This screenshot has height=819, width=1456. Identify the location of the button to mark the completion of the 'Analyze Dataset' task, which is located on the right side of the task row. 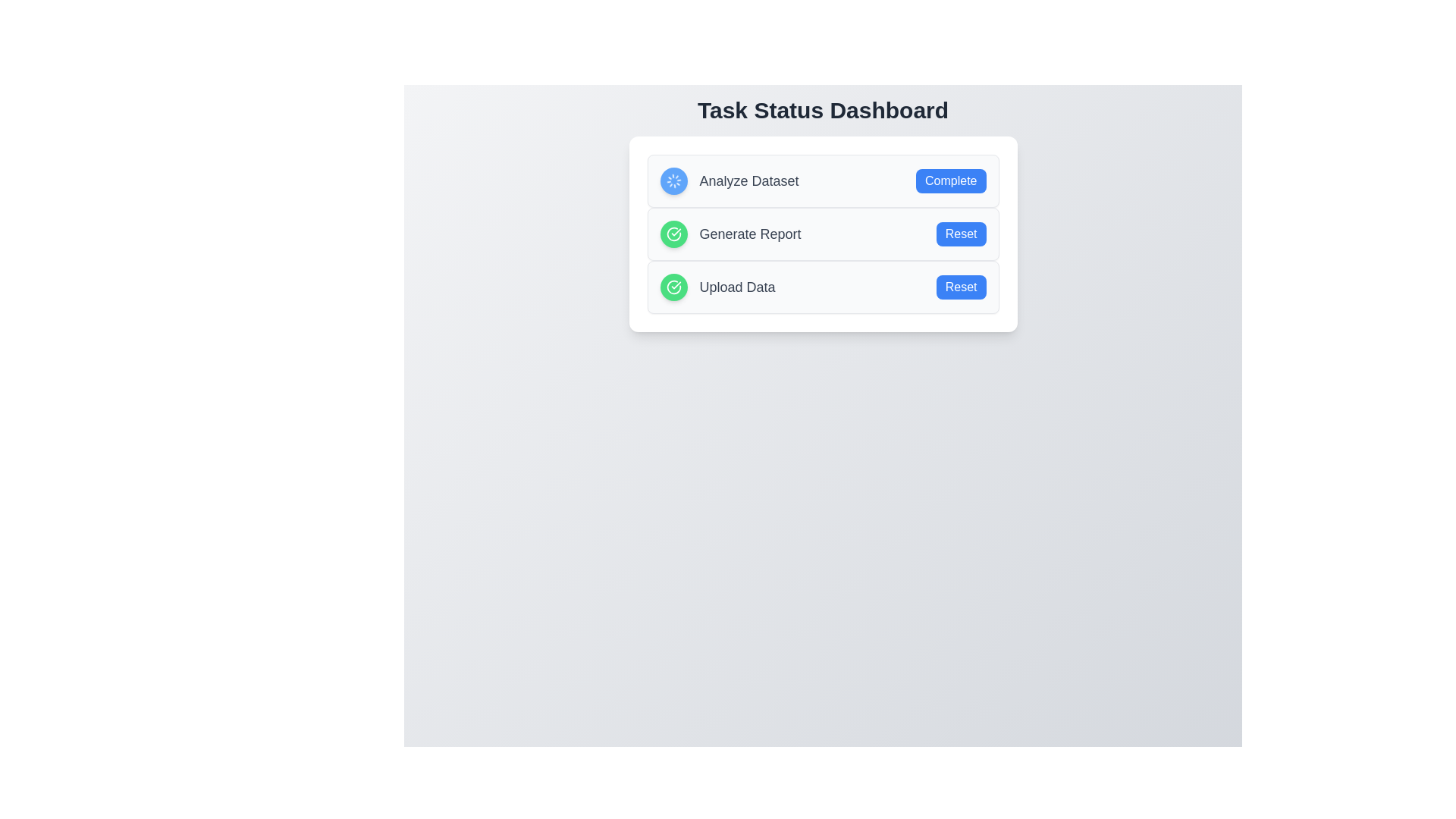
(950, 180).